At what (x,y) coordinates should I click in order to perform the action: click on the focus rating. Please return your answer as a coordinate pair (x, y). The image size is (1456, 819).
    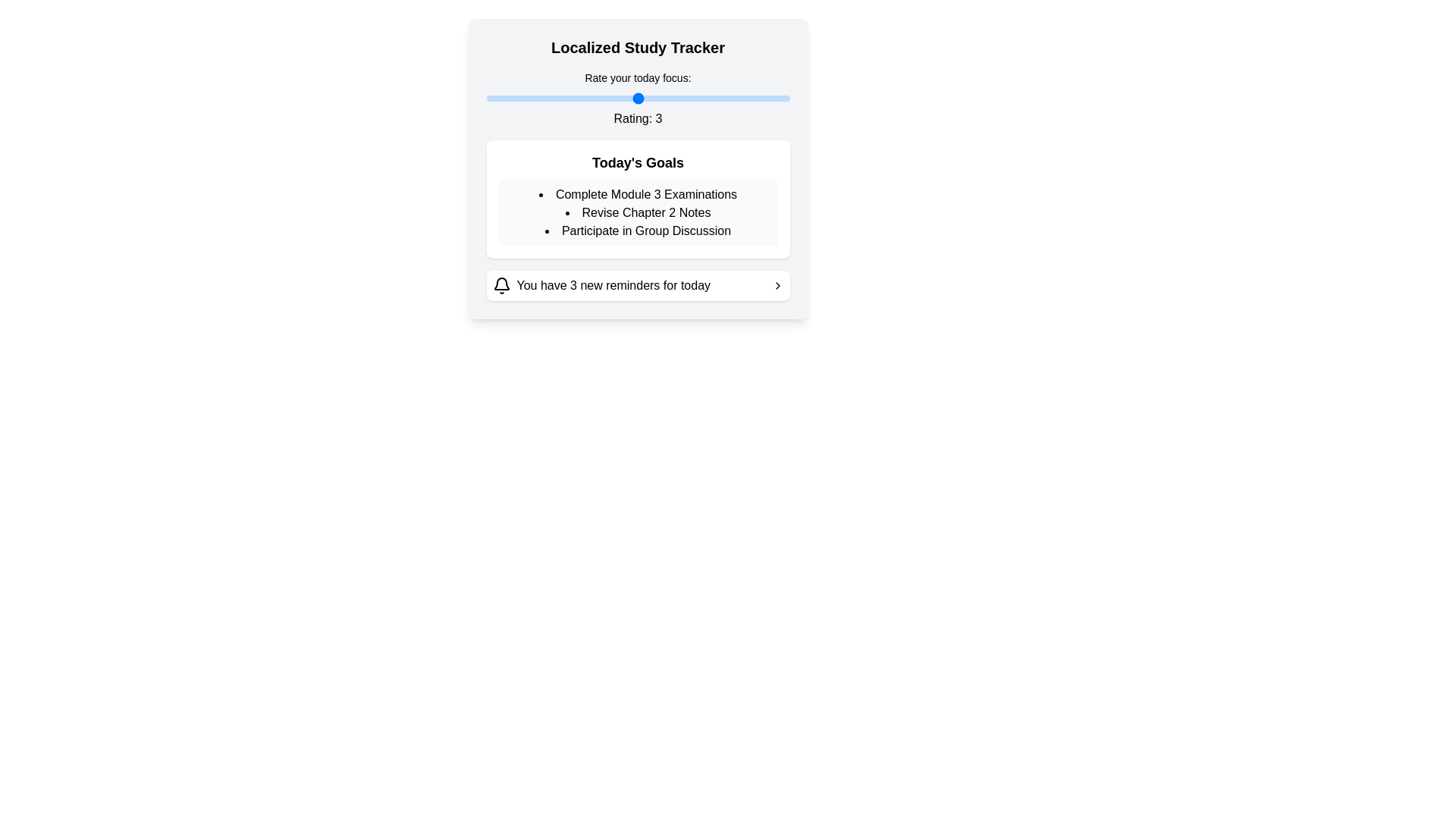
    Looking at the image, I should click on (561, 99).